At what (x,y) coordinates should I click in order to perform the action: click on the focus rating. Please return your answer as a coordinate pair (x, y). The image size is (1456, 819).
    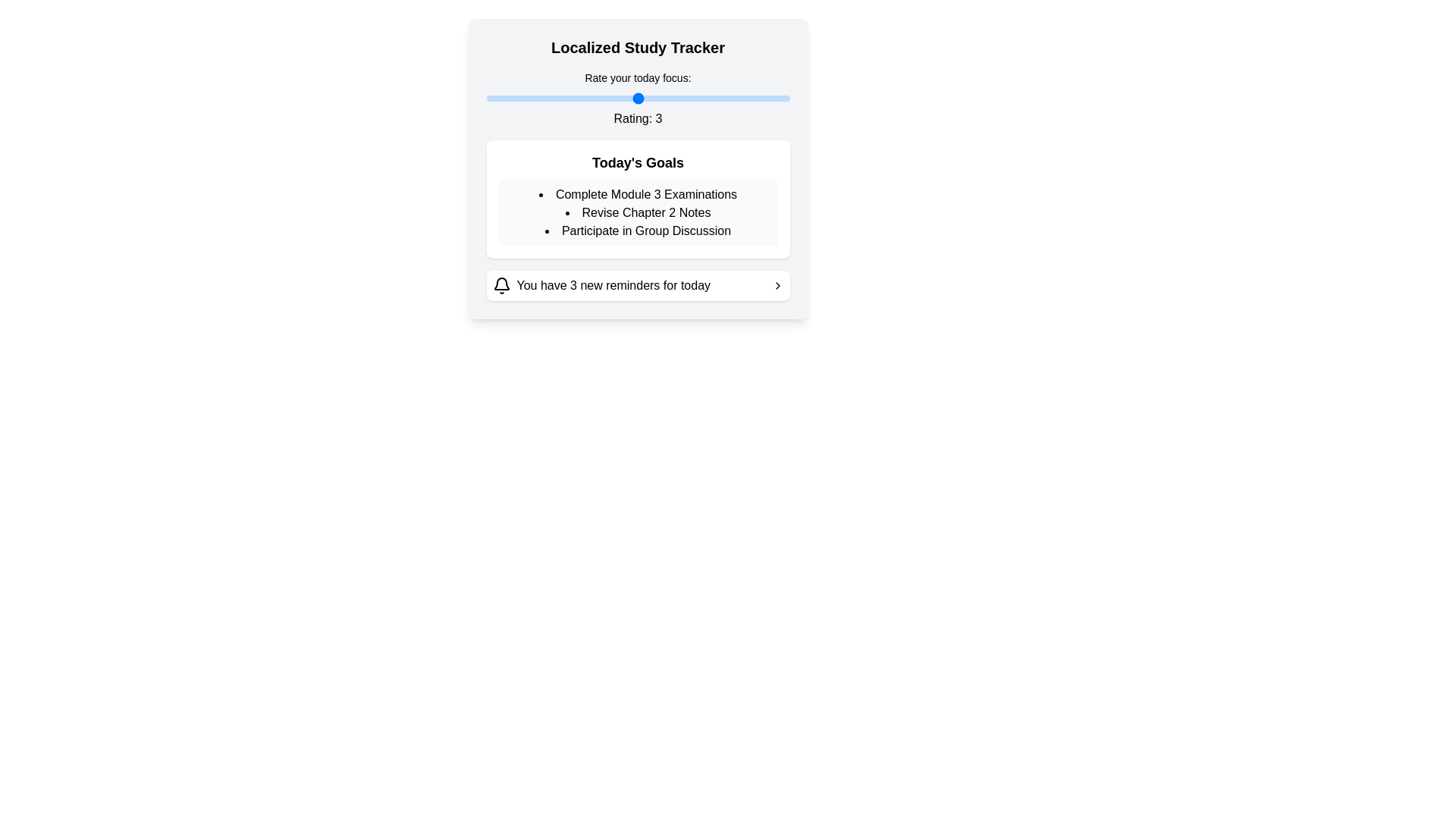
    Looking at the image, I should click on (561, 99).